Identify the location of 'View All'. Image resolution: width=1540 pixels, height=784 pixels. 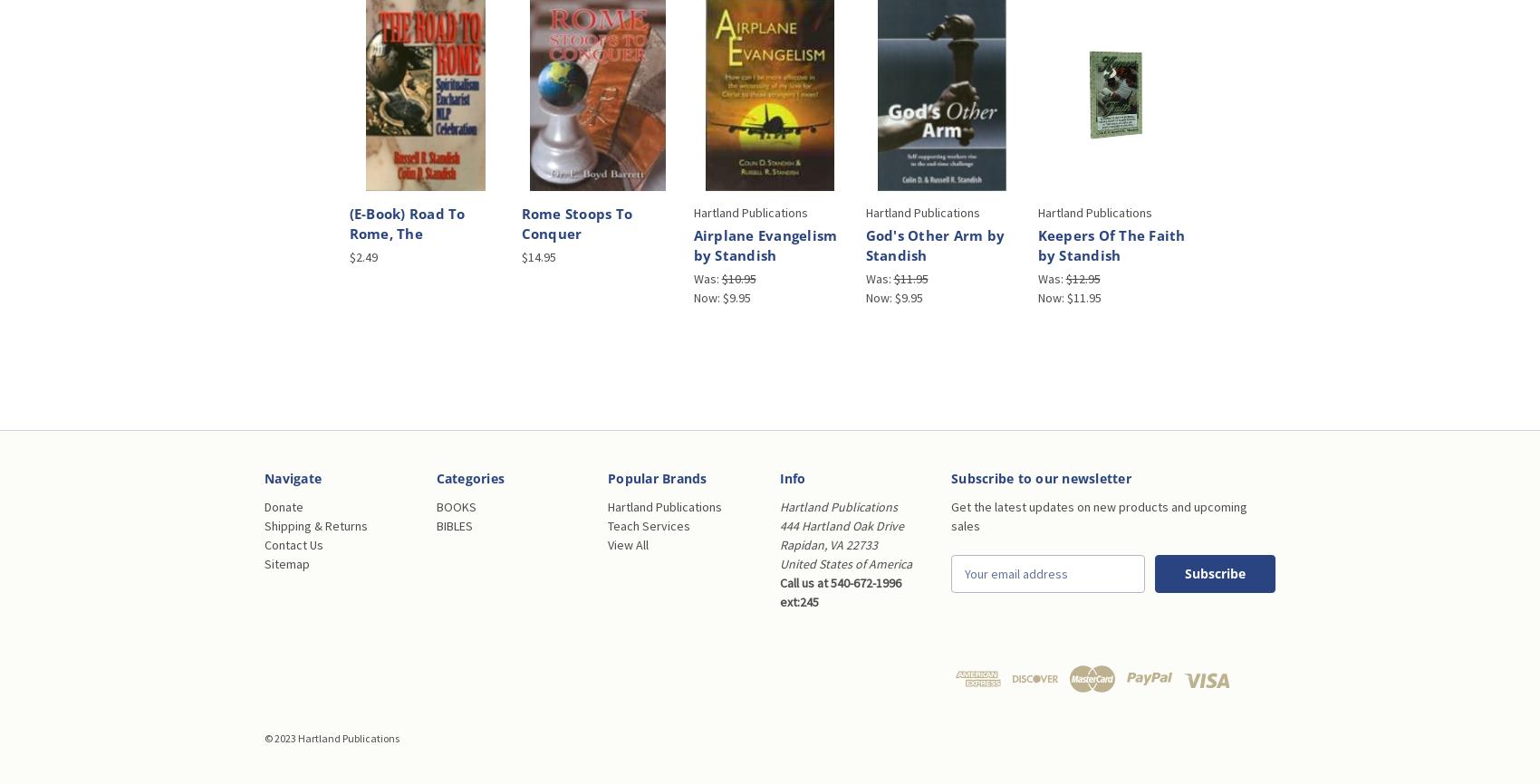
(607, 544).